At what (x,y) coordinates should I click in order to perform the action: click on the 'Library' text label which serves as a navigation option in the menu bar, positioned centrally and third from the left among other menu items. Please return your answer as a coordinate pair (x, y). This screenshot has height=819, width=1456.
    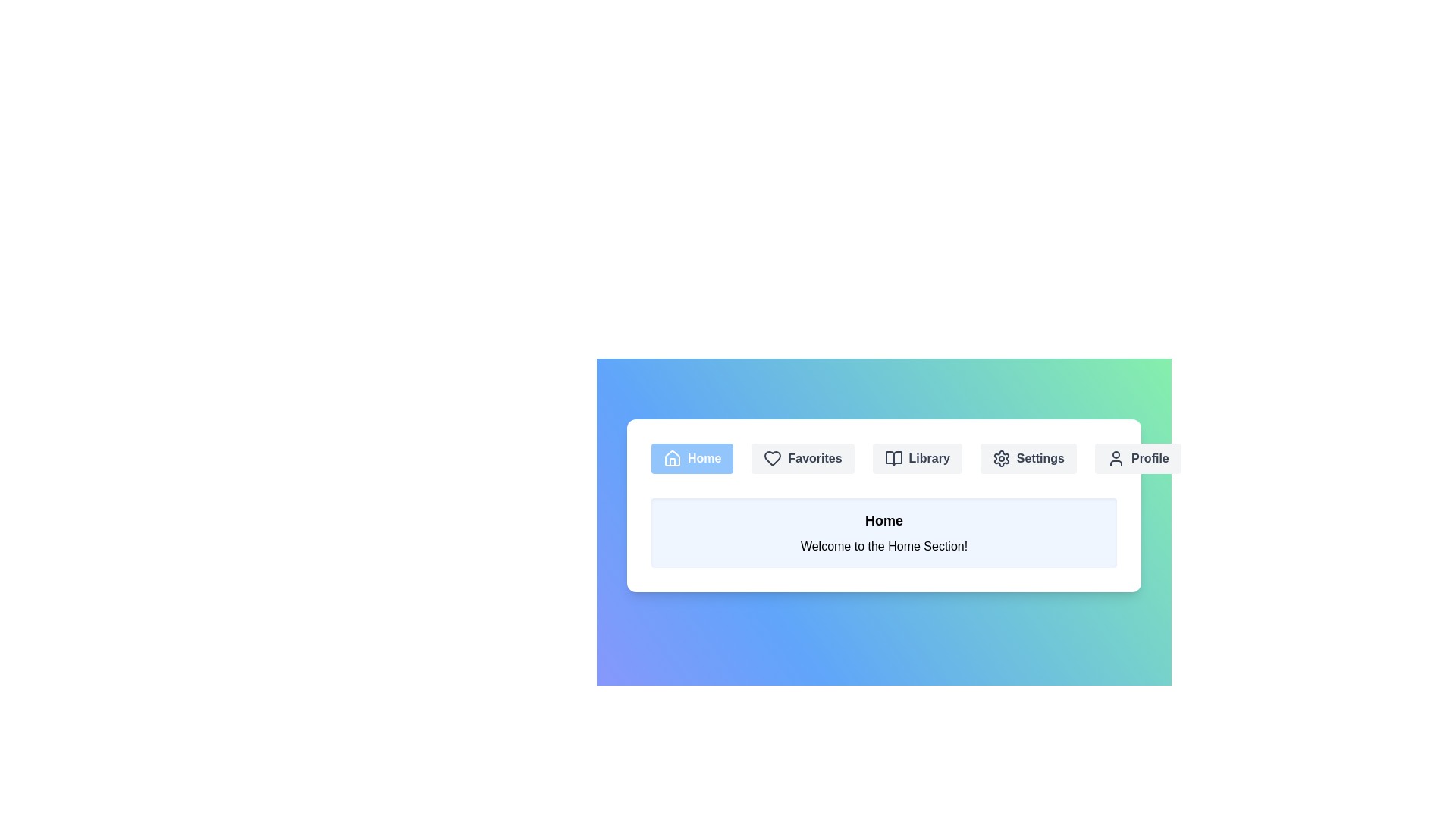
    Looking at the image, I should click on (928, 458).